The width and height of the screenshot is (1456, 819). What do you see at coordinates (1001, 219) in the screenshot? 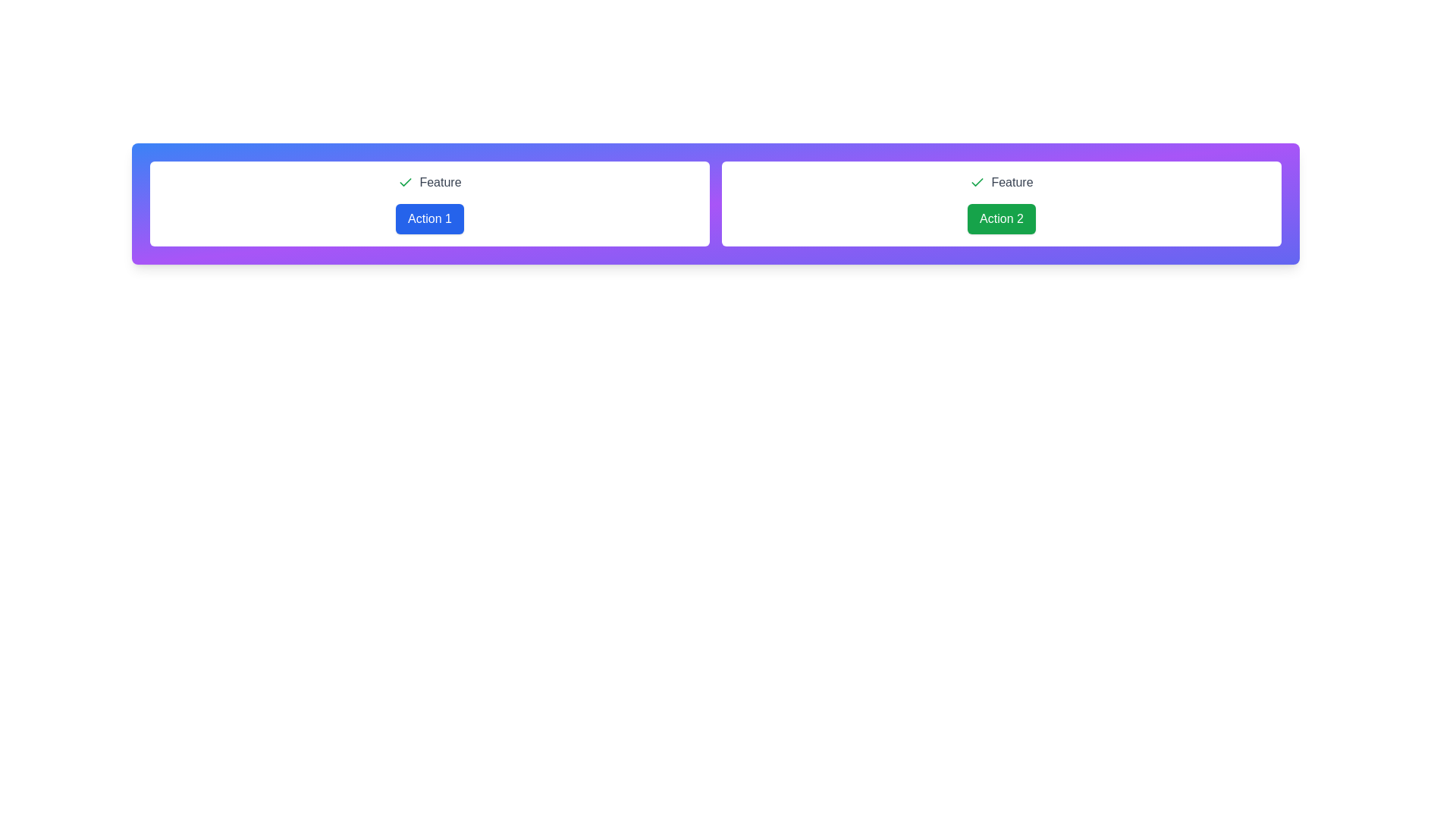
I see `the button located in the second column of a horizontally arranged card layout, which is associated with the label 'Feature'` at bounding box center [1001, 219].